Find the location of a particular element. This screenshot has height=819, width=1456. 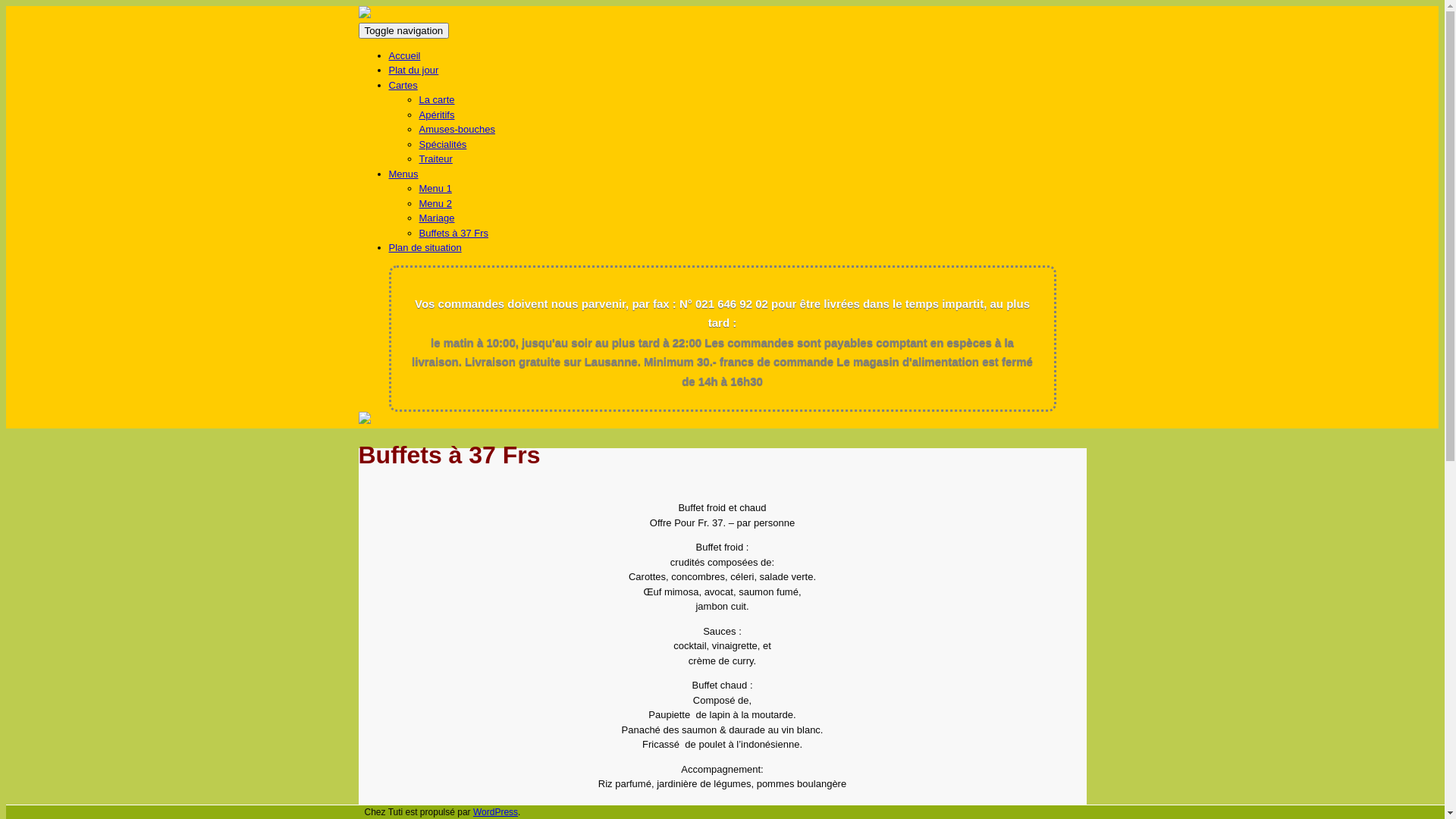

'Plat du jour' is located at coordinates (388, 70).